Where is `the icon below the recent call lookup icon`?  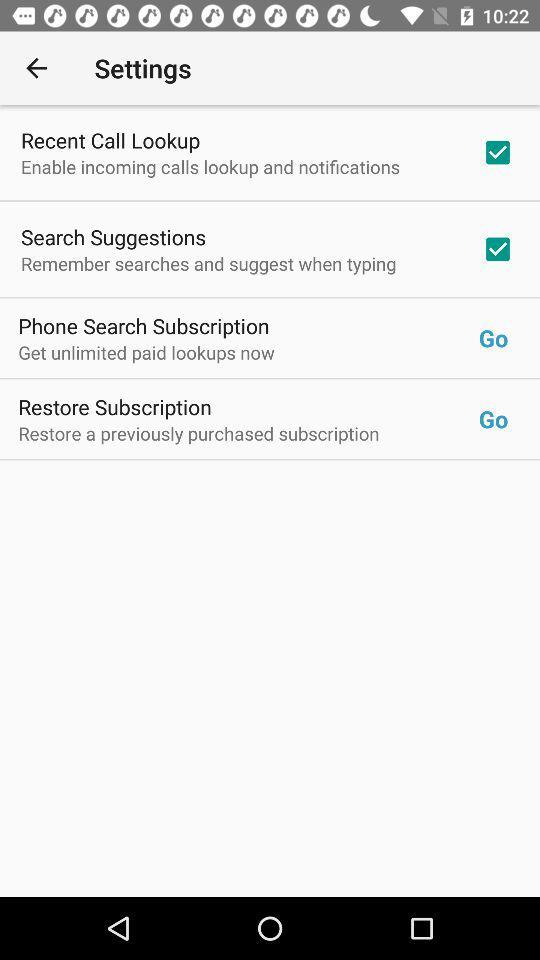 the icon below the recent call lookup icon is located at coordinates (209, 165).